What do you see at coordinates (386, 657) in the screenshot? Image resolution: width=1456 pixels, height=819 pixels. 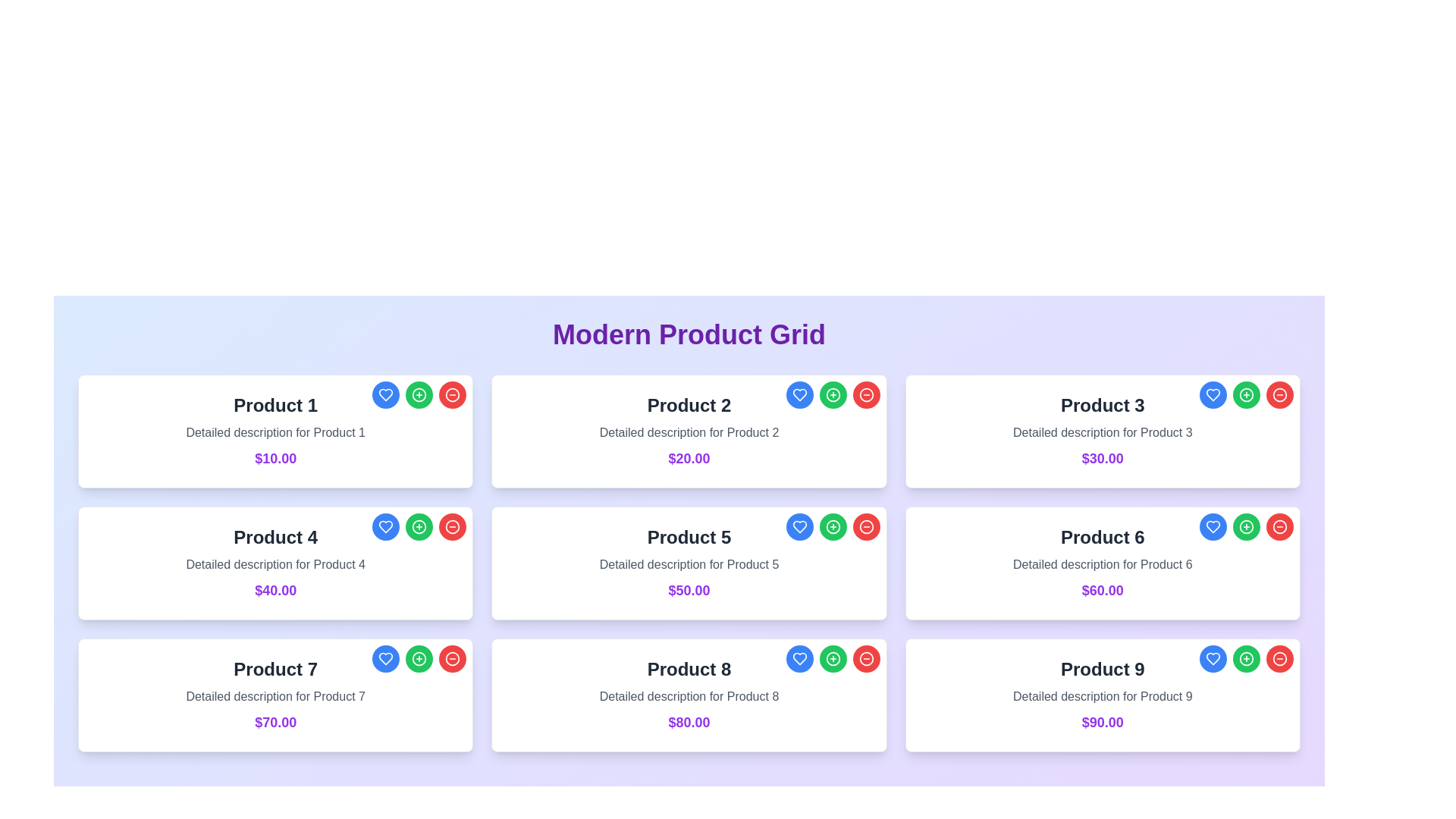 I see `the heart-shaped blue icon located in the top-right corner of the 'Product 7' card` at bounding box center [386, 657].